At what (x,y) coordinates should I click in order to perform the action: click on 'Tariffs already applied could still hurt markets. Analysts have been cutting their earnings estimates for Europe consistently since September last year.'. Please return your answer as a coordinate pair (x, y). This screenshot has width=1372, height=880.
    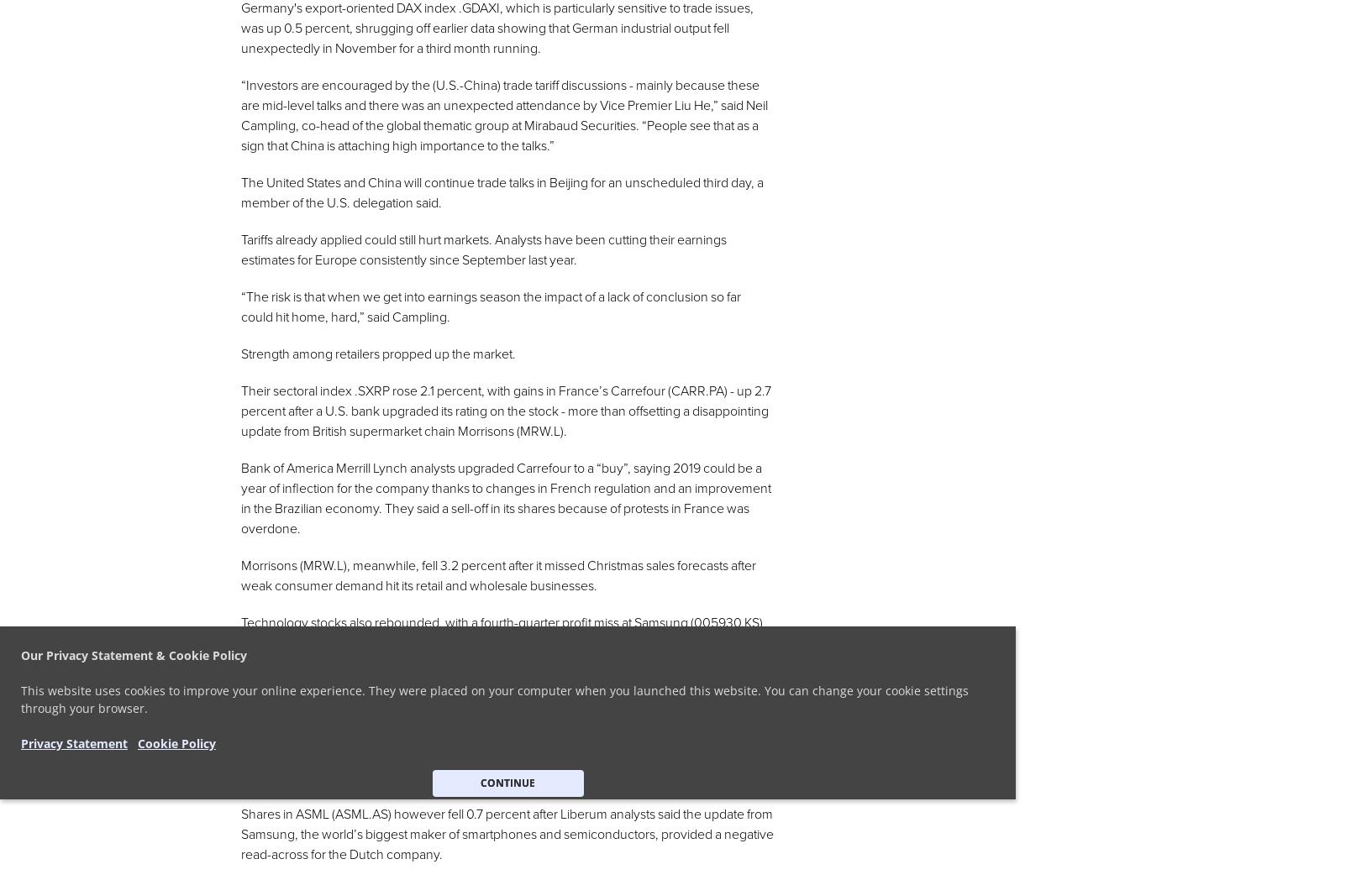
    Looking at the image, I should click on (482, 249).